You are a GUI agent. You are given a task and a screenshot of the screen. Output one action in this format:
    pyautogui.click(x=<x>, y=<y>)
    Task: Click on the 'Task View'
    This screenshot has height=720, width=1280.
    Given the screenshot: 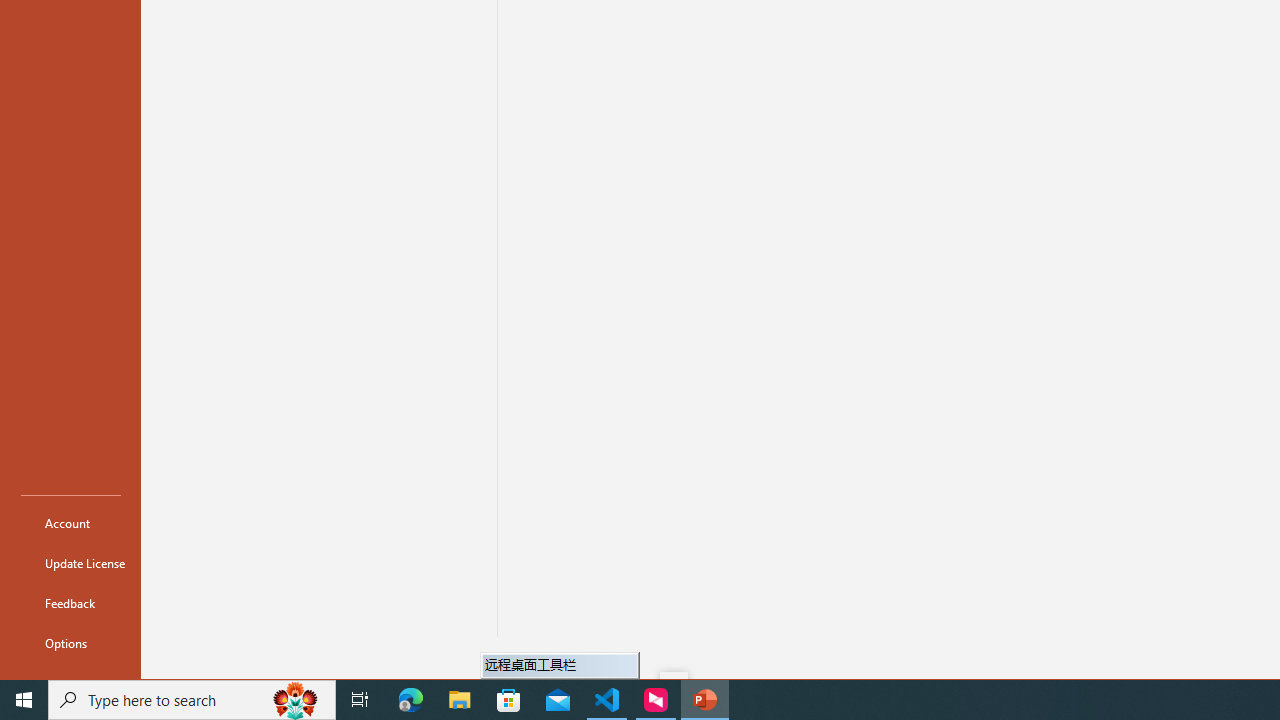 What is the action you would take?
    pyautogui.click(x=359, y=698)
    